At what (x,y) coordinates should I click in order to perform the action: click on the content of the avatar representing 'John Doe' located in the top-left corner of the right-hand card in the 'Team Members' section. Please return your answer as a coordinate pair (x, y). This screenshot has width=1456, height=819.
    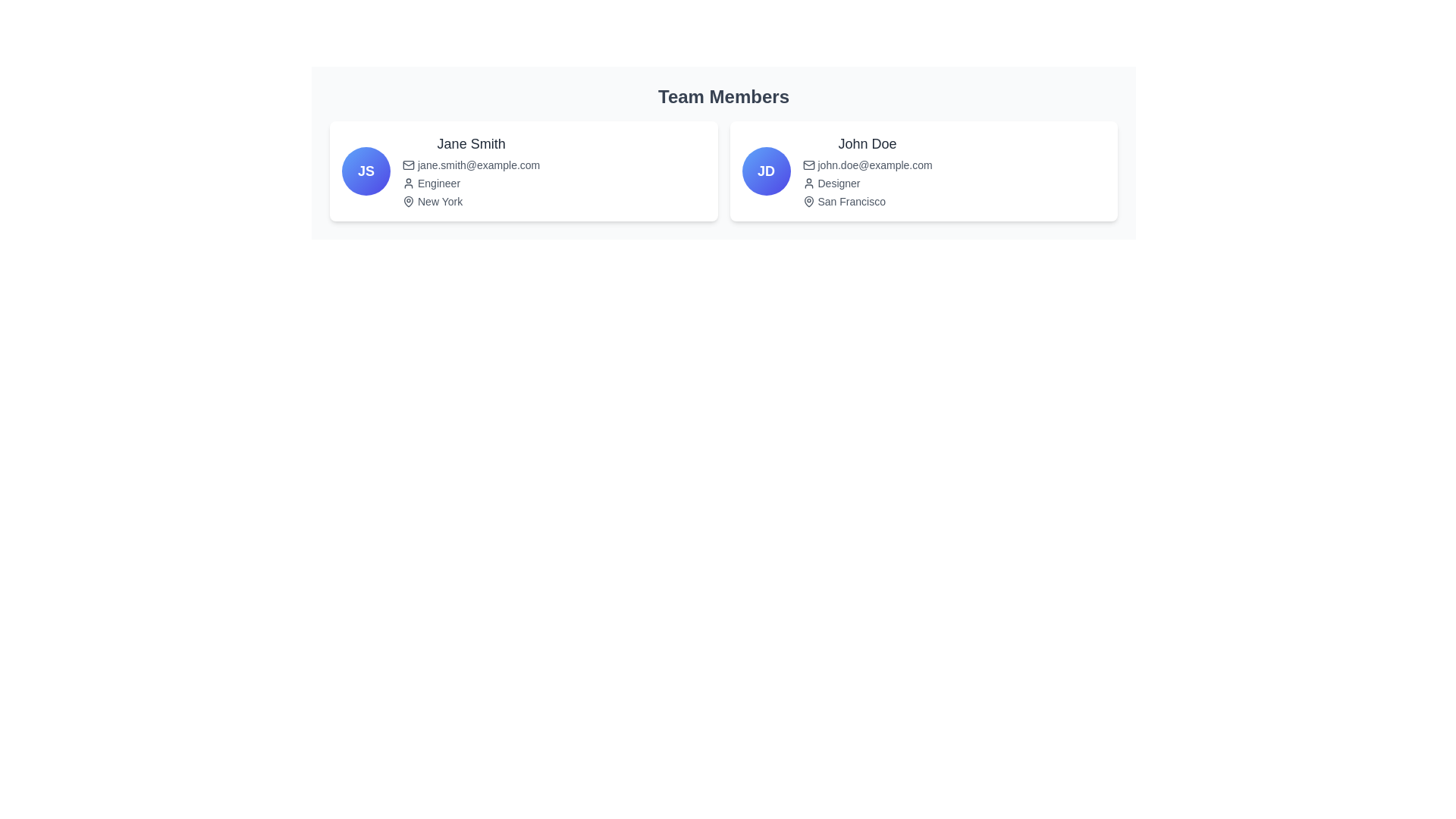
    Looking at the image, I should click on (766, 171).